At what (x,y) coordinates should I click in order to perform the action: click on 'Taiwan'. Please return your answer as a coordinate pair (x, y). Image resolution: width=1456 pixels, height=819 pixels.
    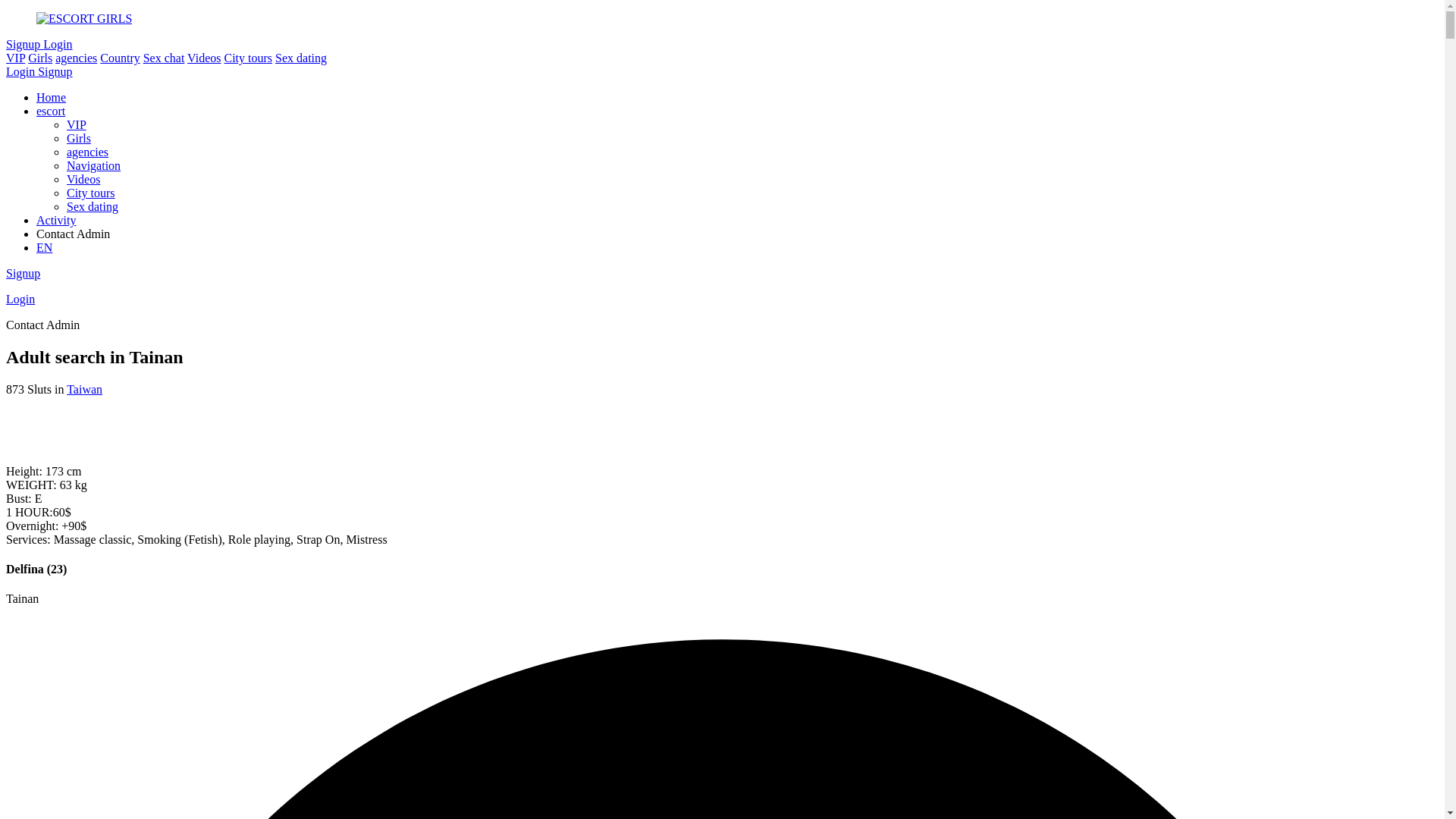
    Looking at the image, I should click on (83, 388).